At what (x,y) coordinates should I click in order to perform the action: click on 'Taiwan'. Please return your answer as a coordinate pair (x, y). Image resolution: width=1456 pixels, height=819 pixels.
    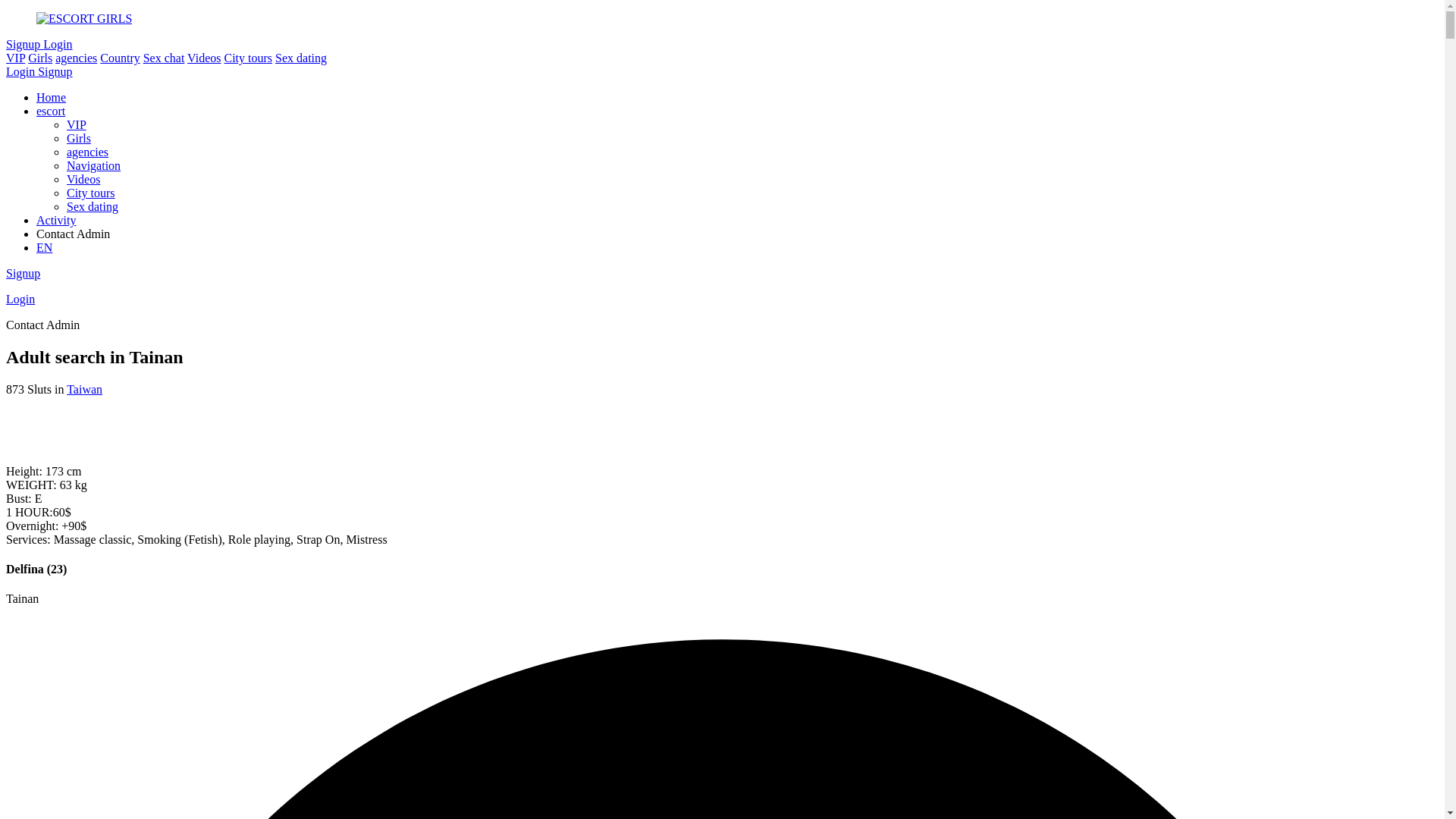
    Looking at the image, I should click on (83, 388).